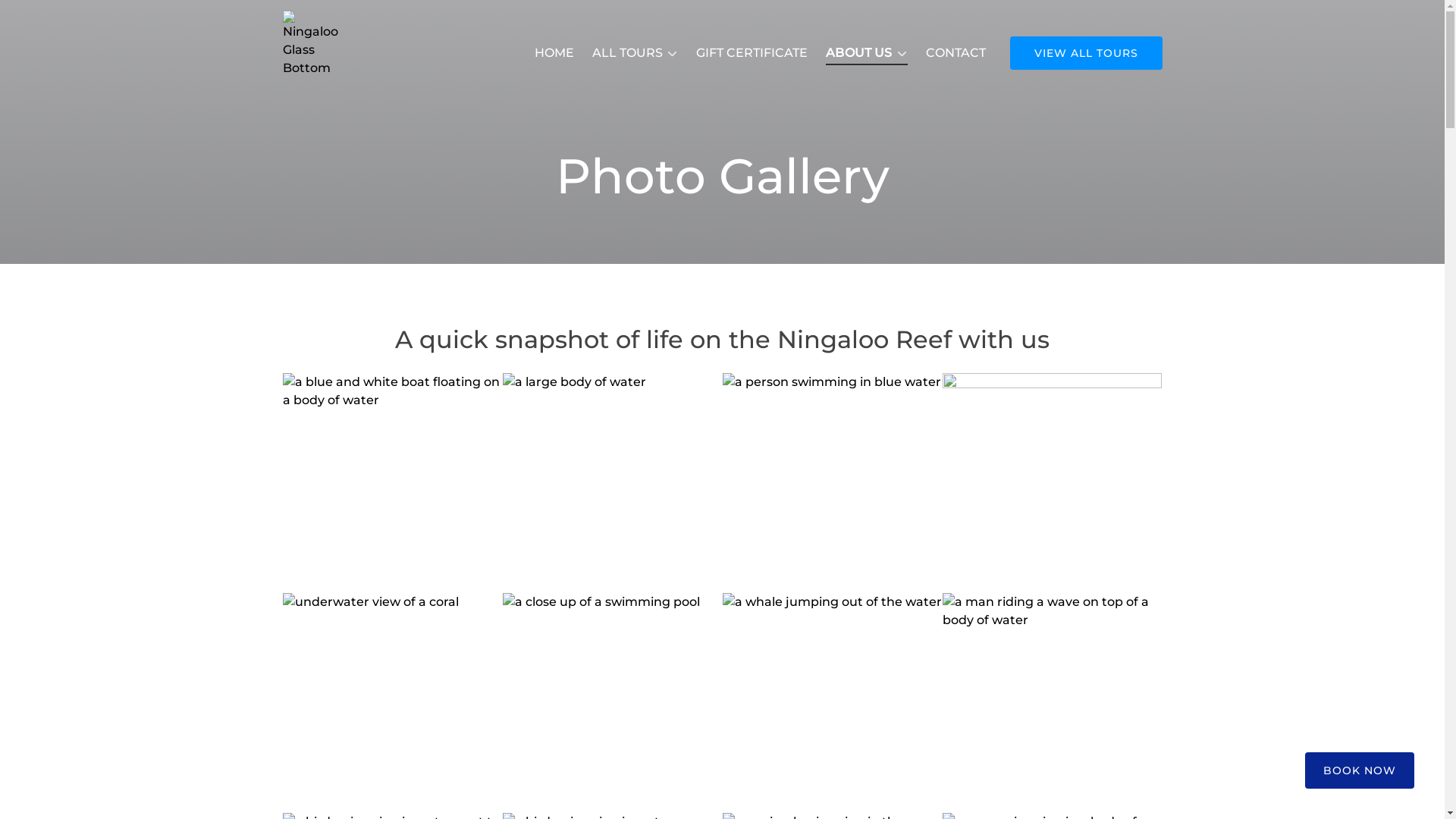 Image resolution: width=1456 pixels, height=819 pixels. Describe the element at coordinates (89, 17) in the screenshot. I see `'Skip to primary navigation'` at that location.